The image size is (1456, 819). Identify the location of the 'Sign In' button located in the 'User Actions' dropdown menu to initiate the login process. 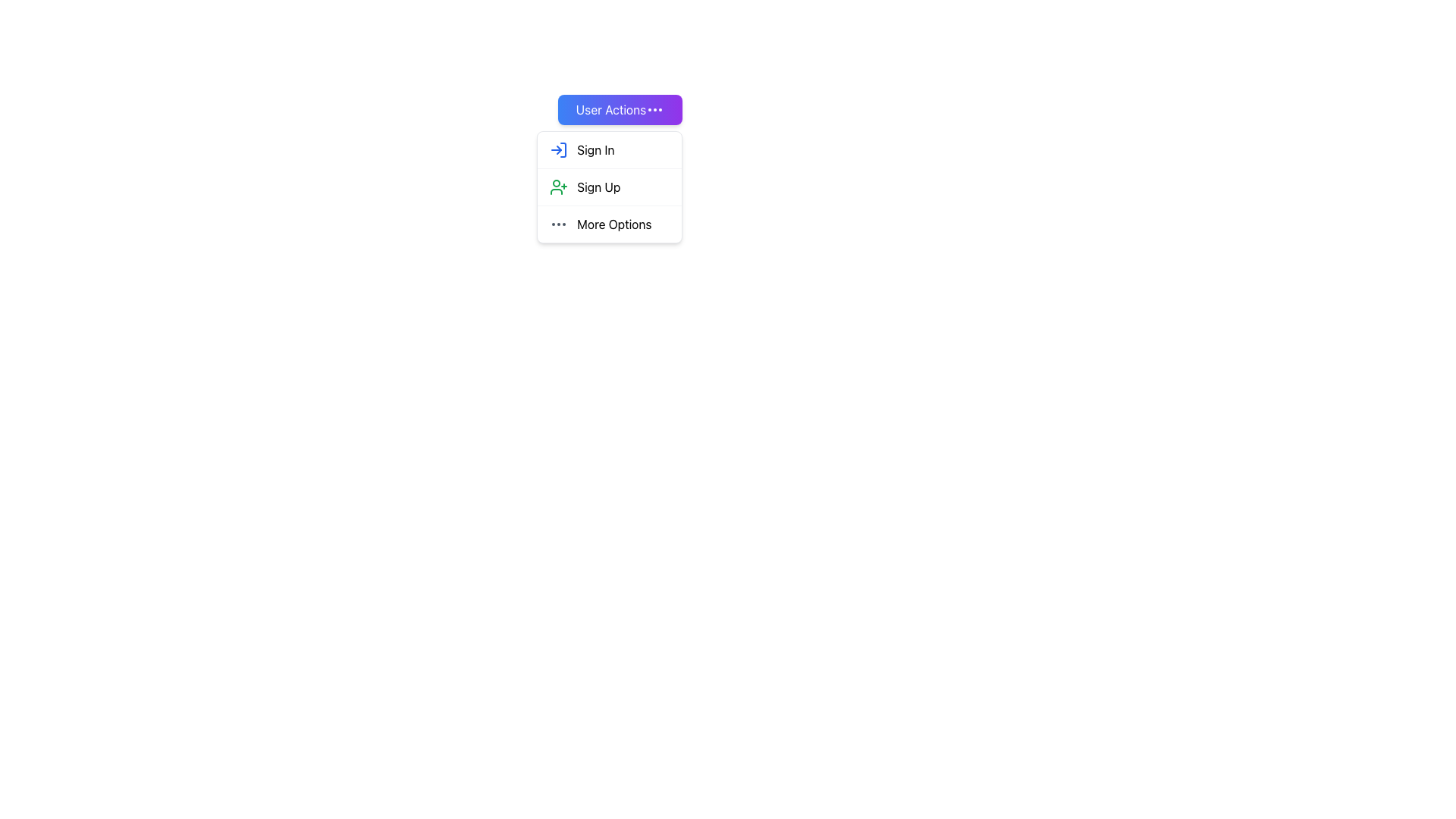
(610, 149).